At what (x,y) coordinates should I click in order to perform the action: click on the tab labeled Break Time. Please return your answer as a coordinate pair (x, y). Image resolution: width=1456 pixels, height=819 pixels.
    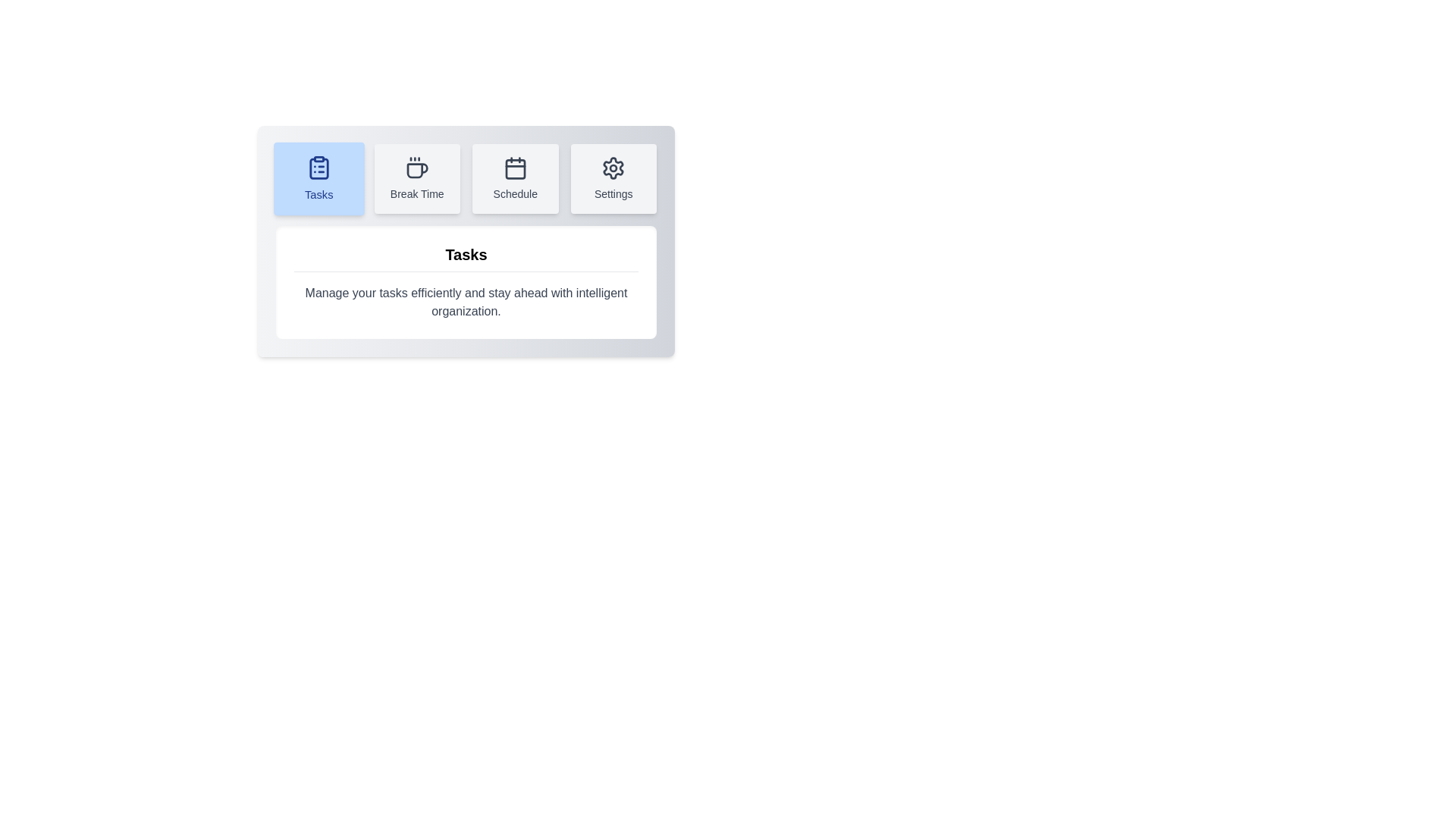
    Looking at the image, I should click on (417, 177).